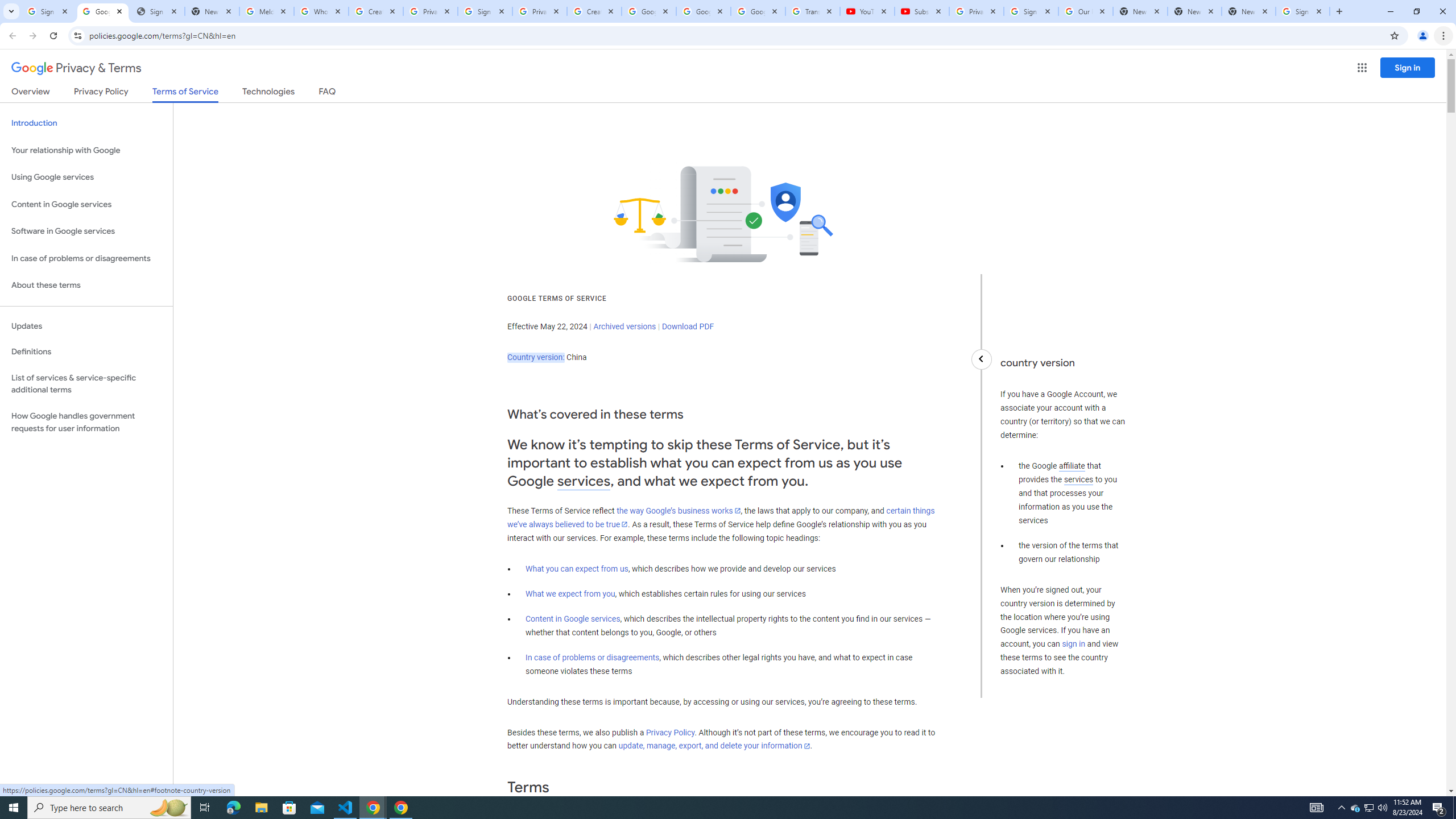 The height and width of the screenshot is (819, 1456). What do you see at coordinates (570, 593) in the screenshot?
I see `'What we expect from you'` at bounding box center [570, 593].